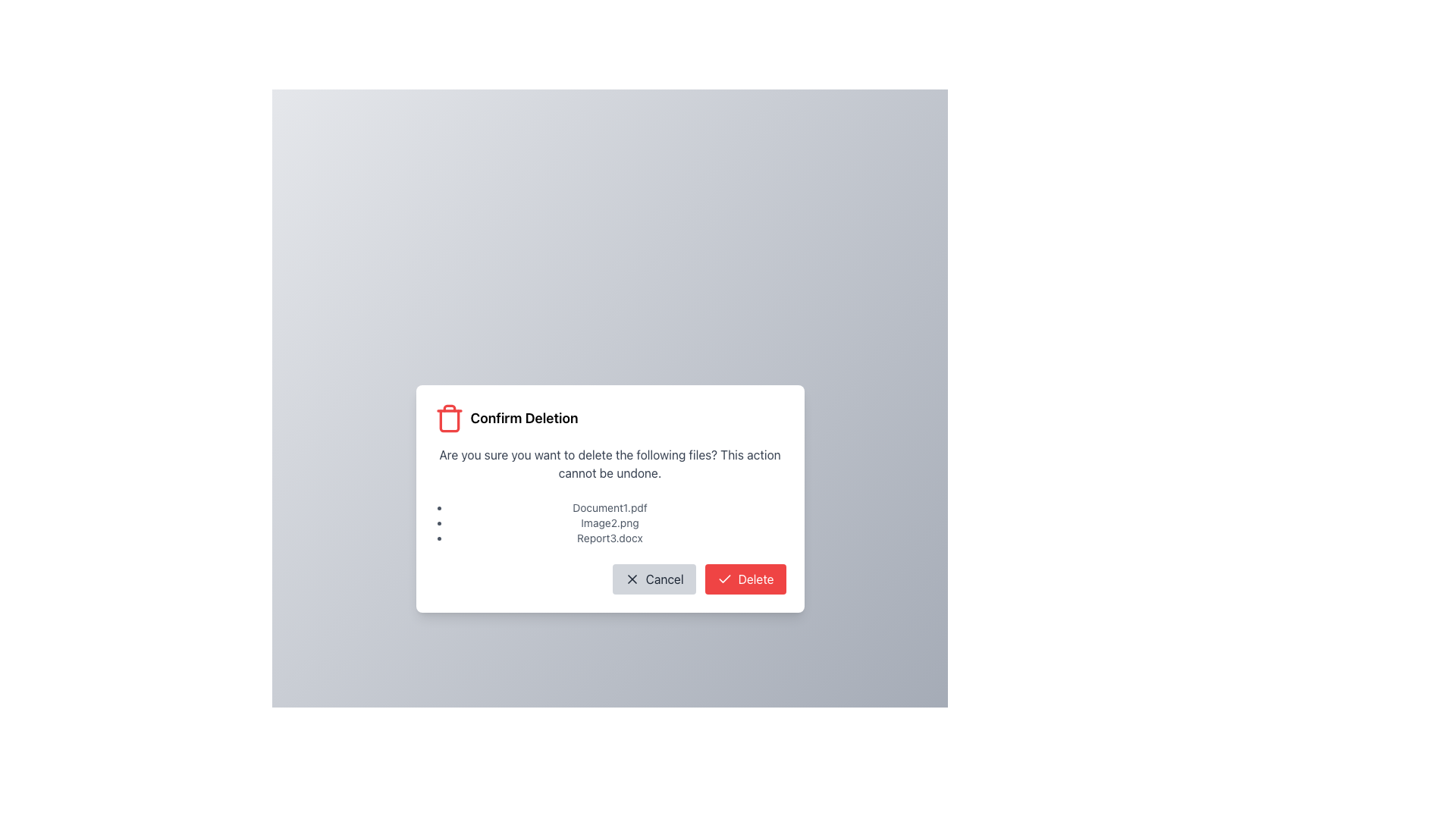  Describe the element at coordinates (723, 579) in the screenshot. I see `the checkmark icon located` at that location.